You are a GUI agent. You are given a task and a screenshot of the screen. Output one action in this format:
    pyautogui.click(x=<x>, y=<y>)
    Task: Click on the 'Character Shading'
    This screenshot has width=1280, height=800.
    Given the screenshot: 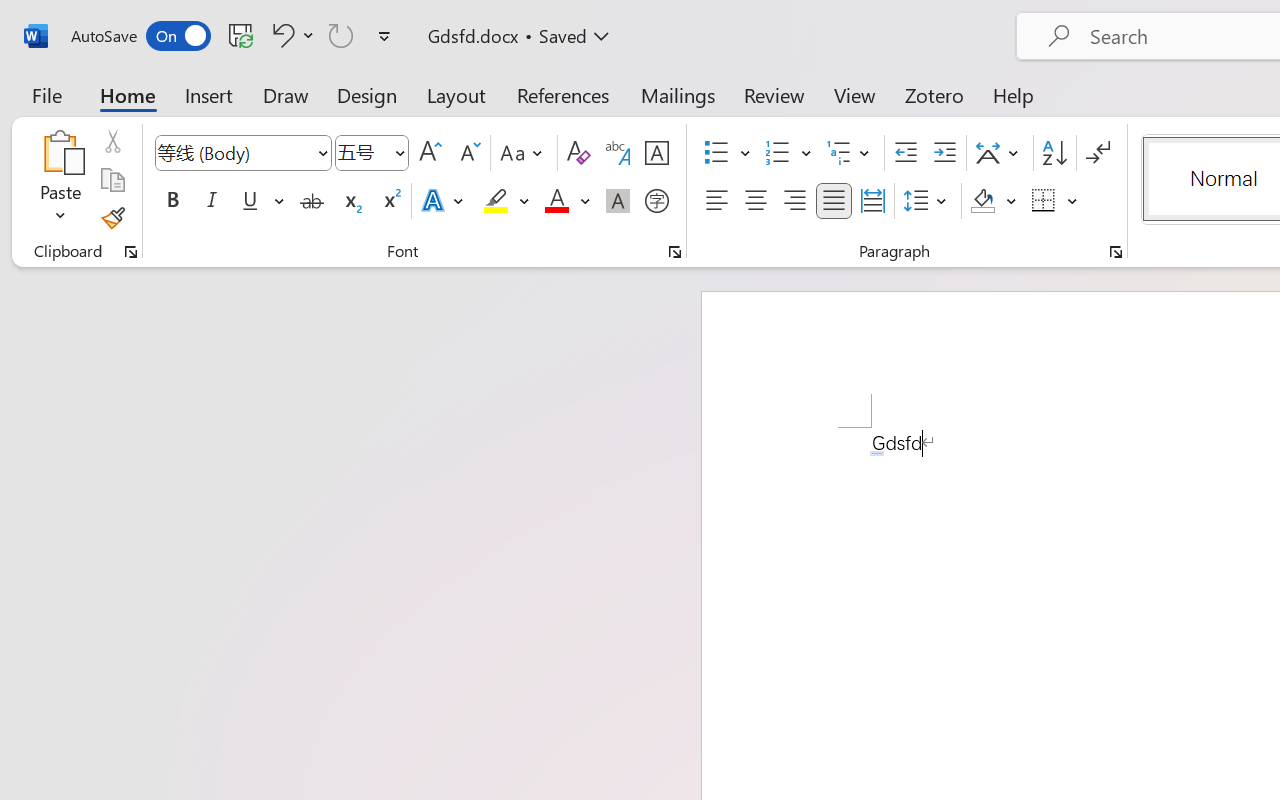 What is the action you would take?
    pyautogui.click(x=617, y=201)
    